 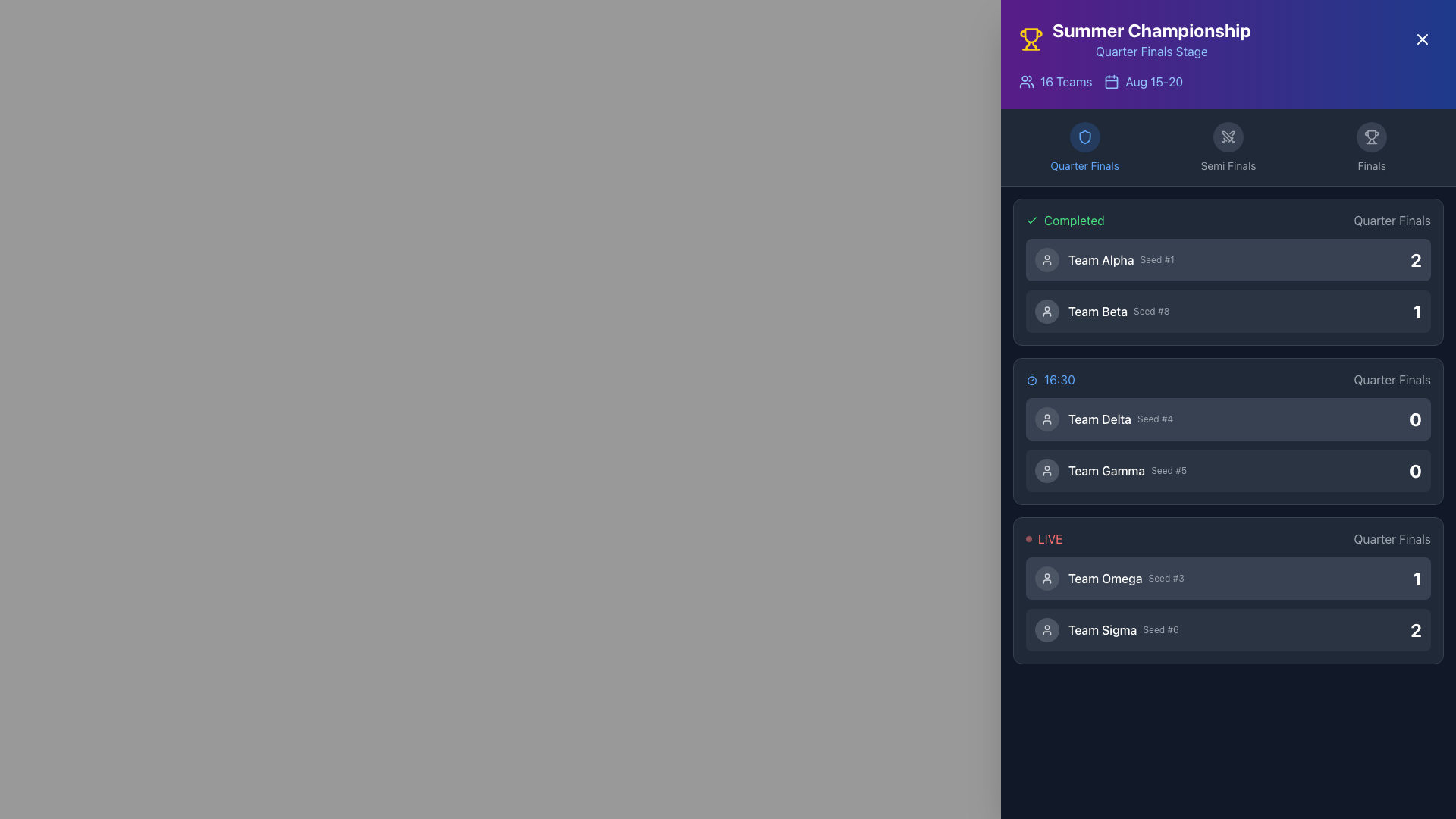 I want to click on the 'Team Beta' text label displayed in white on a dark background, so click(x=1098, y=311).